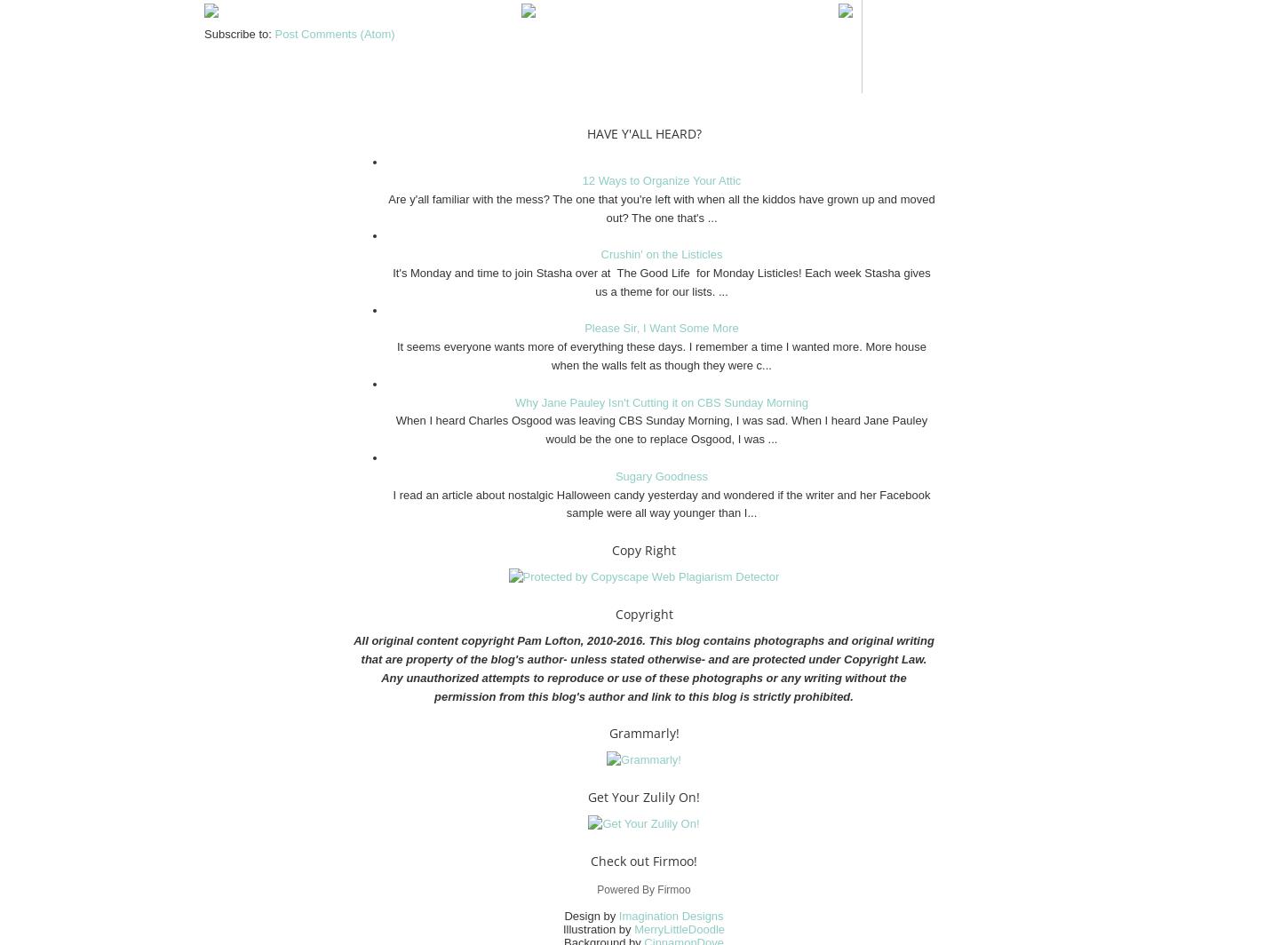  I want to click on 'When I heard Charles Osgood was leaving CBS Sunday Morning, I was sad. When I heard Jane Pauley would be the one to replace Osgood, I was ...', so click(661, 430).